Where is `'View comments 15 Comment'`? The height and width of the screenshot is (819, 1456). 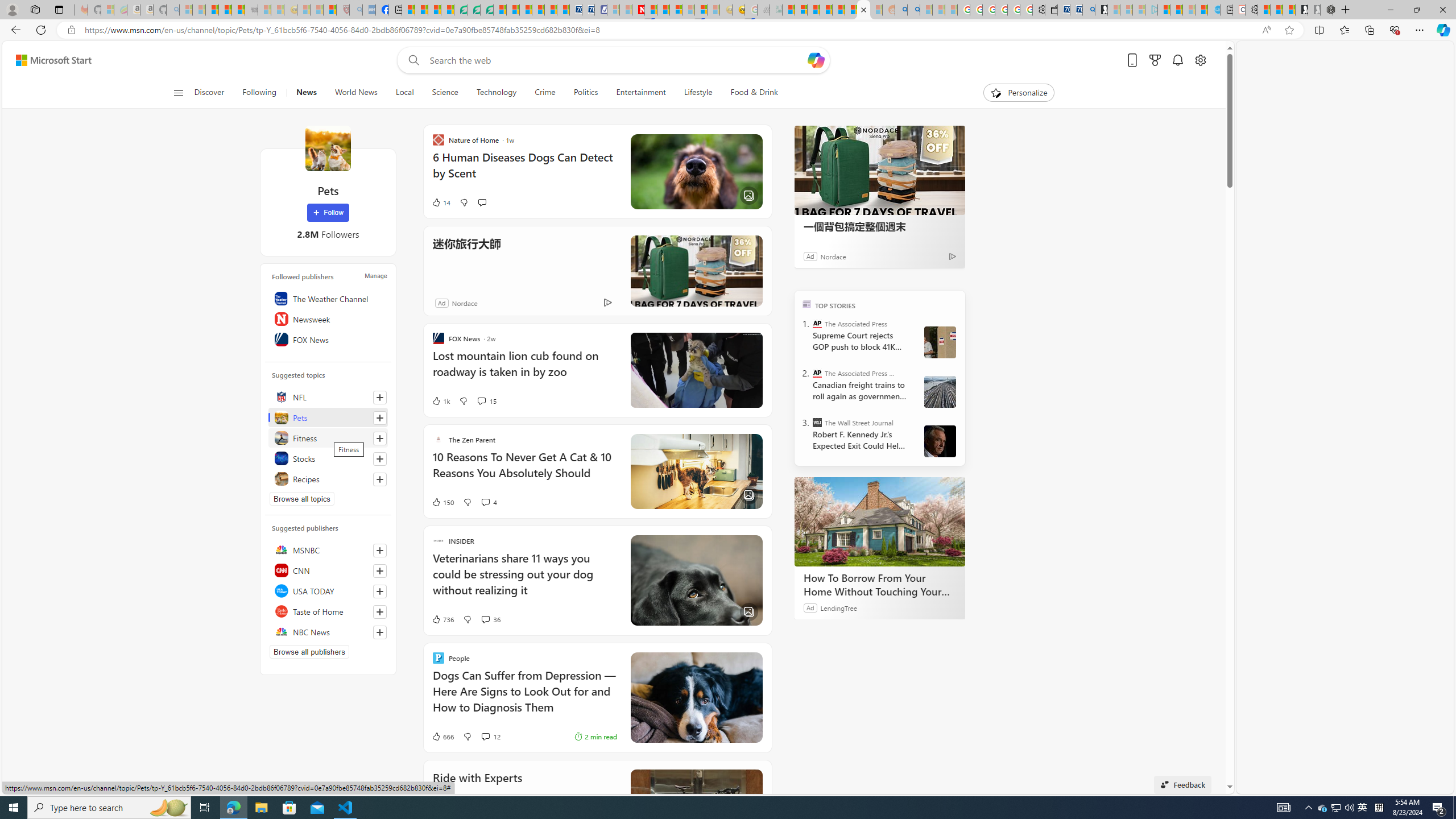
'View comments 15 Comment' is located at coordinates (481, 400).